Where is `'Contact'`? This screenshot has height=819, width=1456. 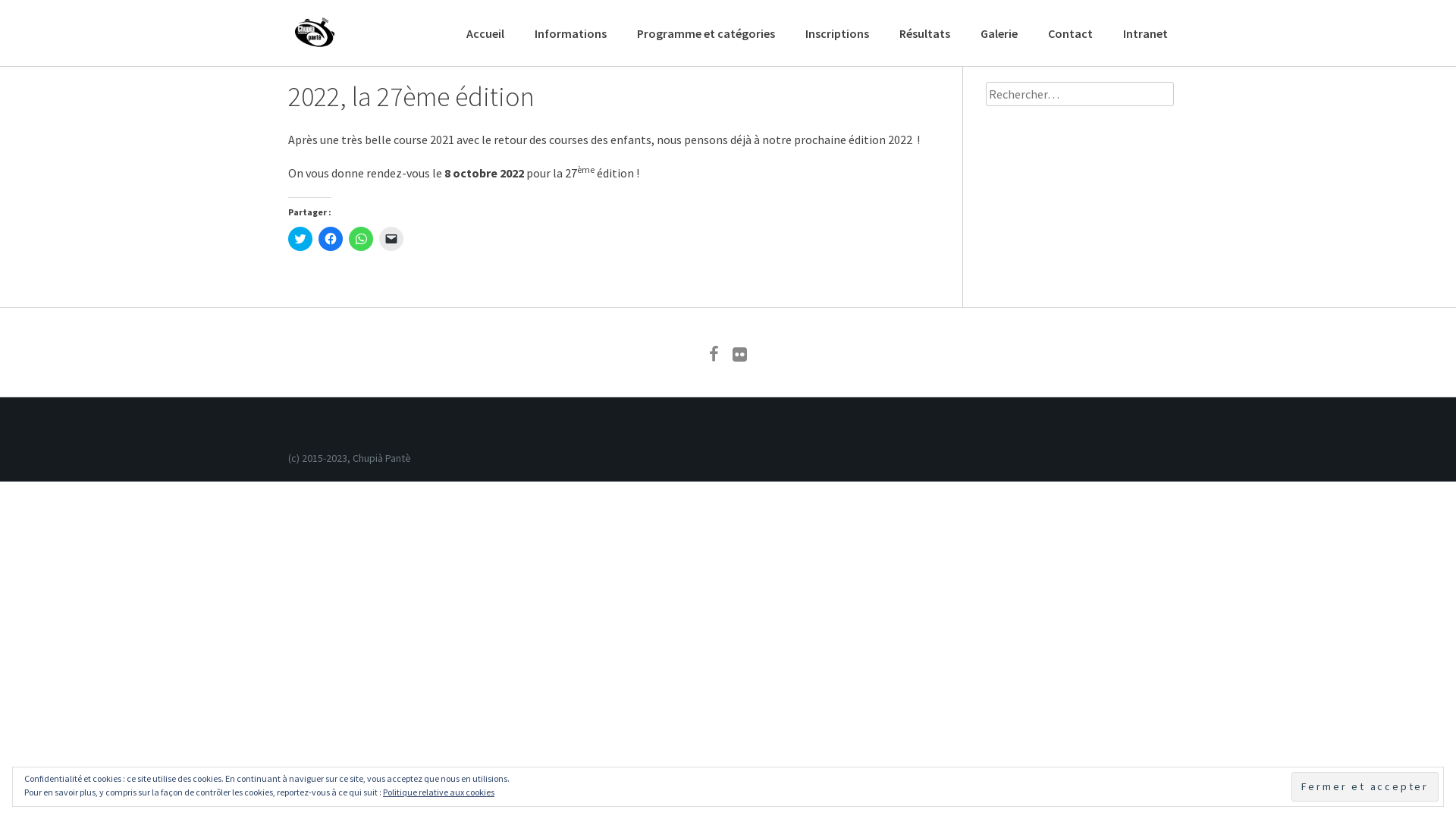 'Contact' is located at coordinates (1069, 33).